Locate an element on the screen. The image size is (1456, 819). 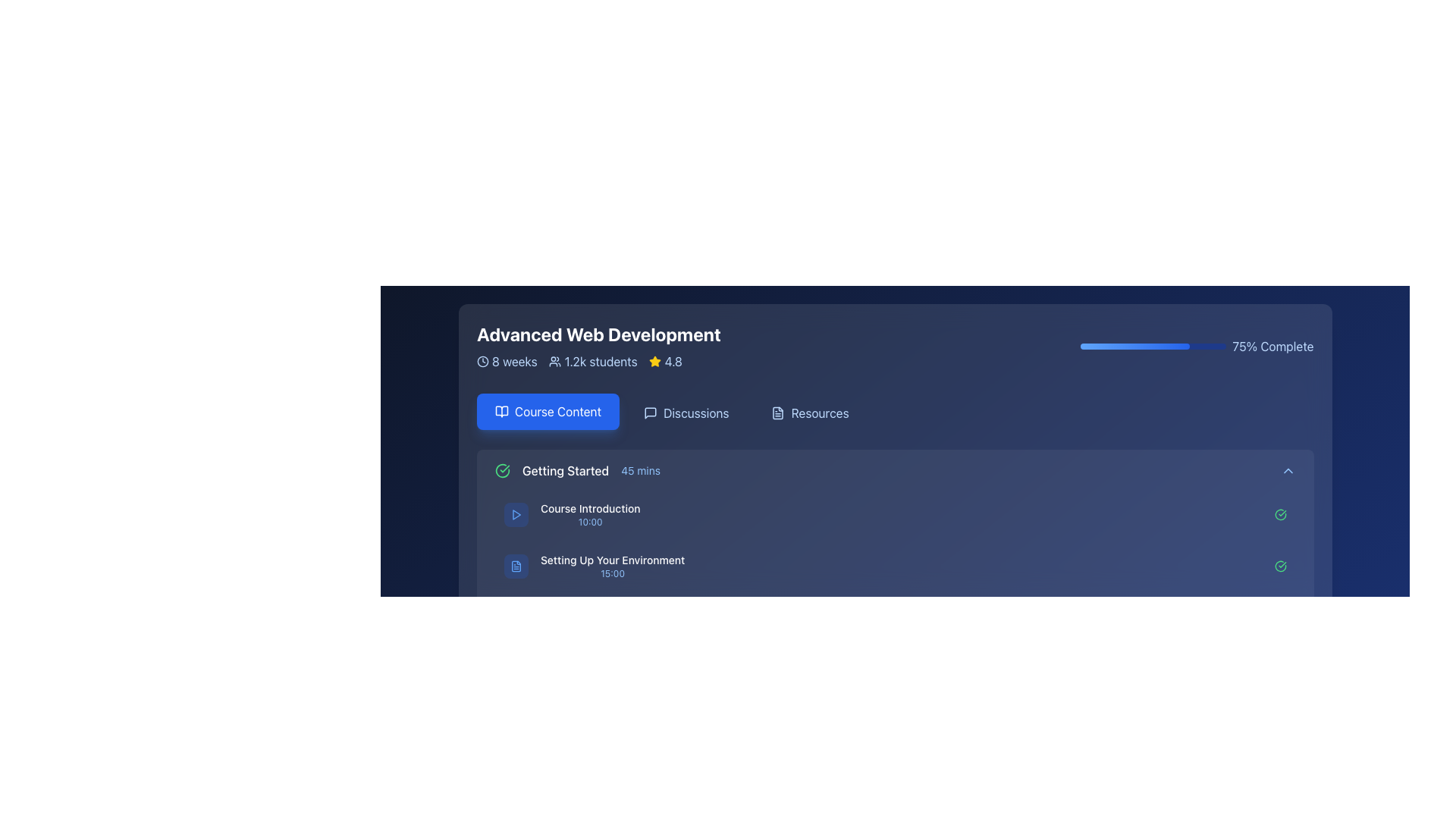
the List item representing the course module titled 'Setting Up Your Environment', which displays the time '15:00' and is styled with white and blue fonts is located at coordinates (593, 566).